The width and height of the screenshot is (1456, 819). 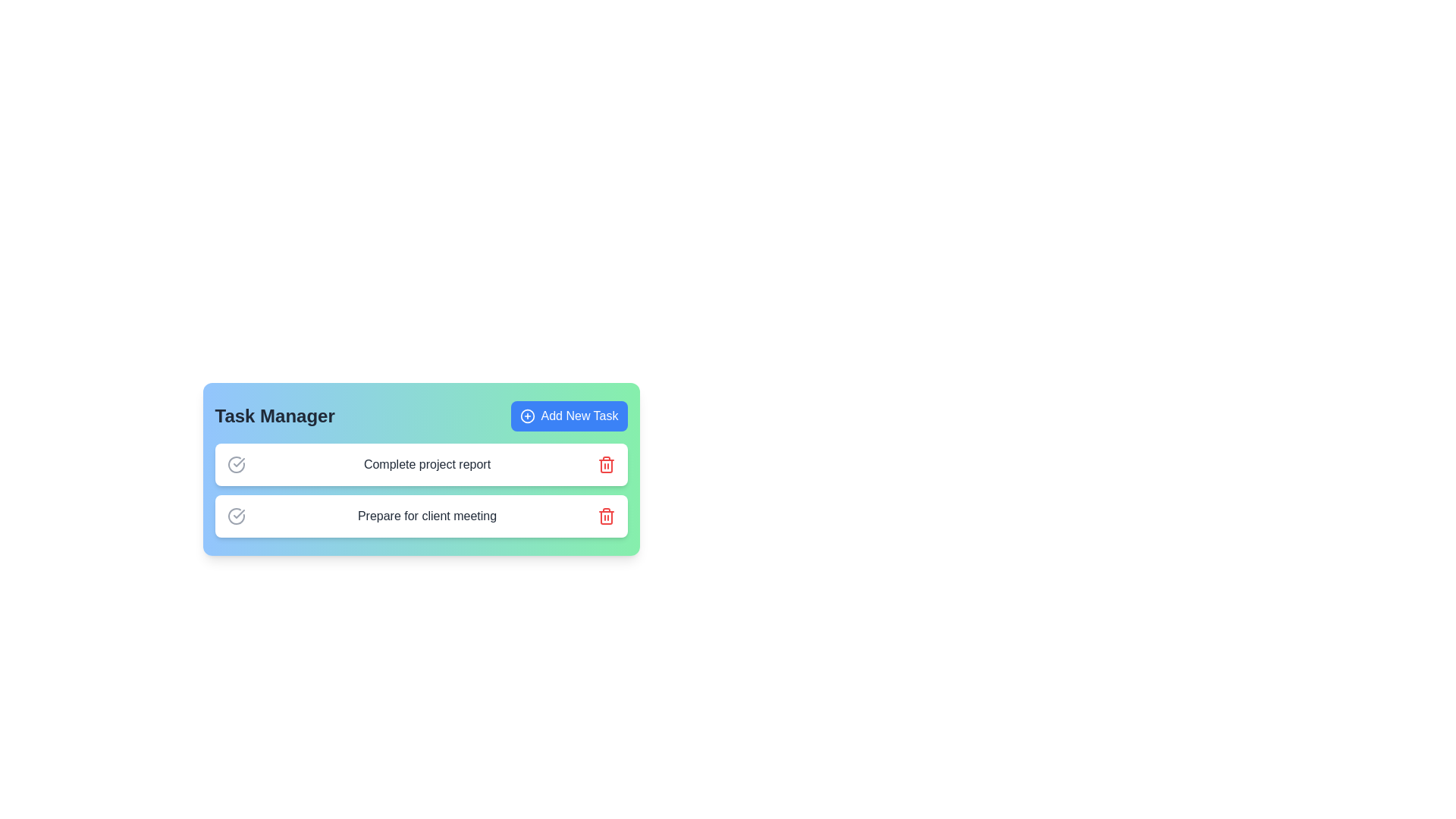 I want to click on the checkmark icon, which is a thin curved line structure located within a circular icon to the left of the second task item in the list, so click(x=238, y=461).